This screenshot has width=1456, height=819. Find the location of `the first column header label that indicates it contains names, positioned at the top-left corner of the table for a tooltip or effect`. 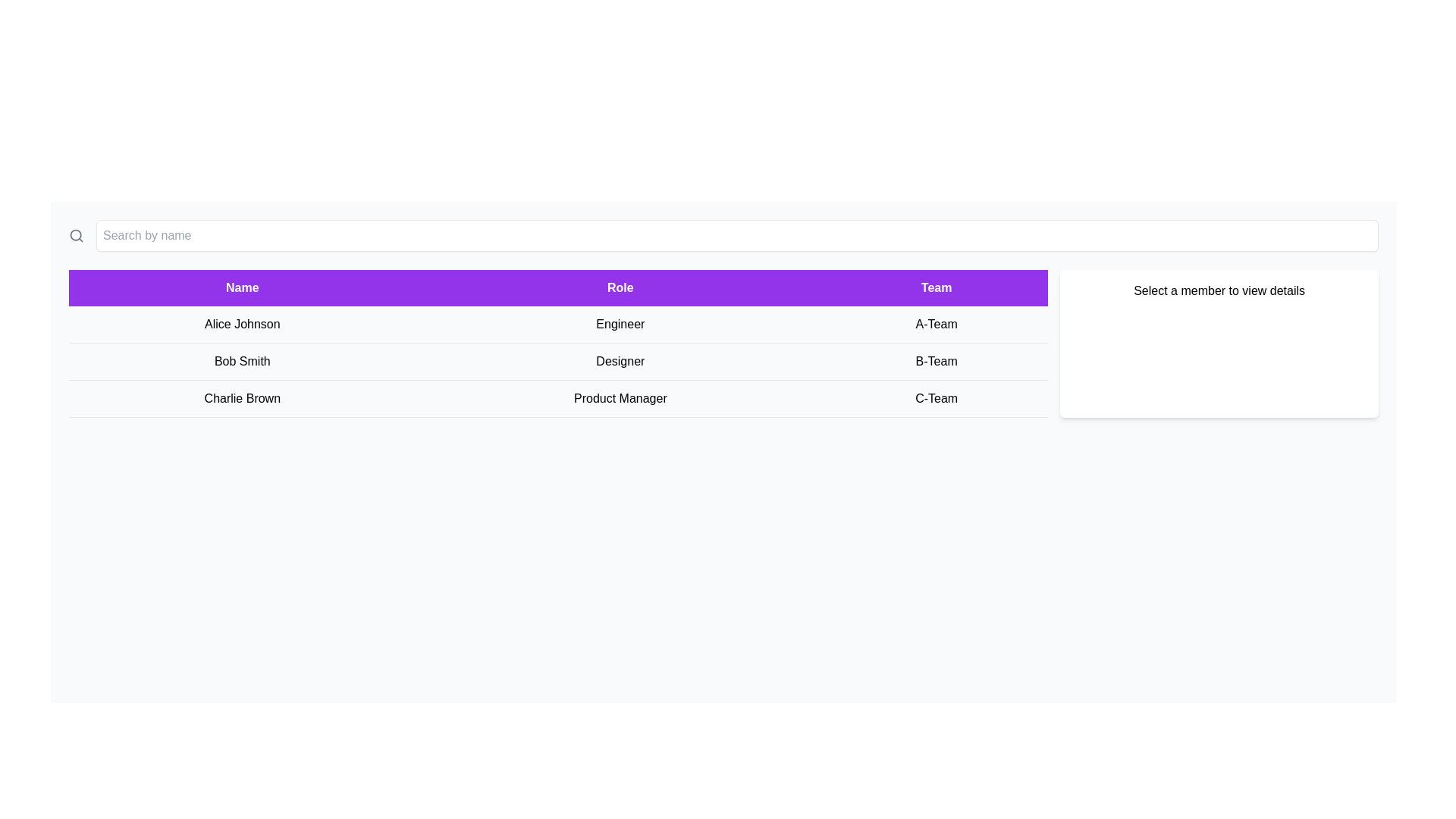

the first column header label that indicates it contains names, positioned at the top-left corner of the table for a tooltip or effect is located at coordinates (241, 288).